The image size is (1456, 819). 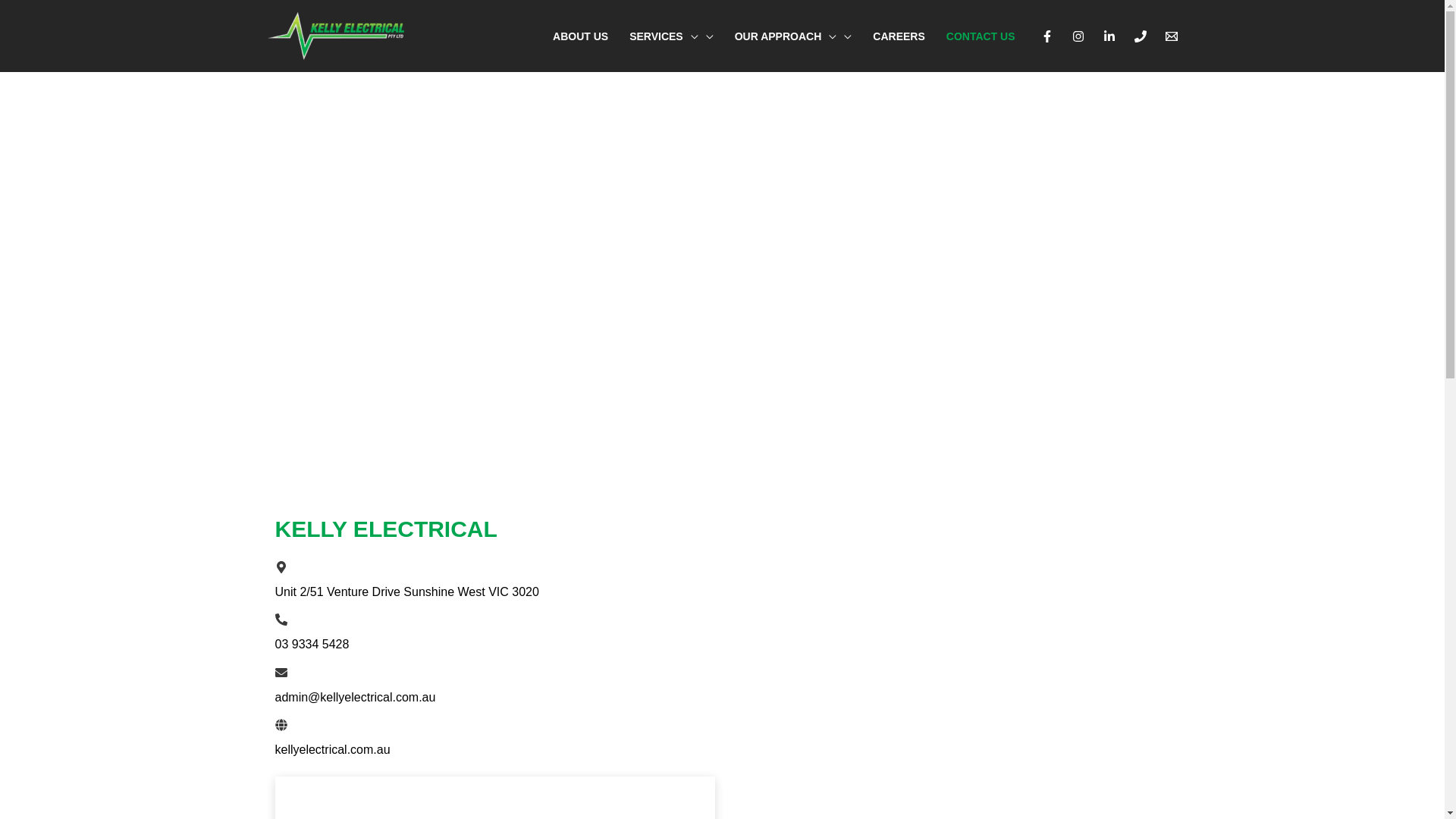 I want to click on 'CAREERS', so click(x=899, y=35).